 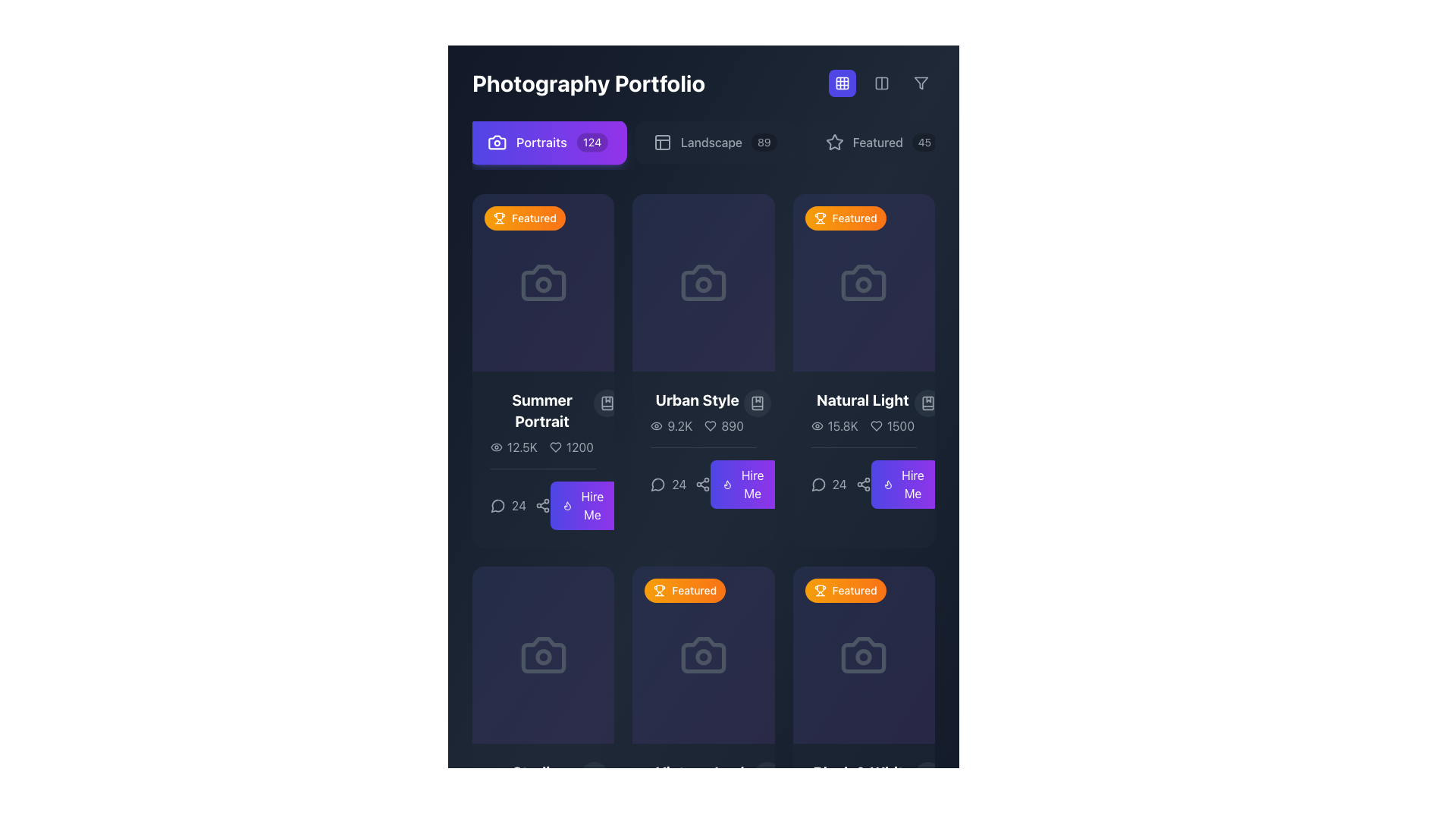 What do you see at coordinates (579, 447) in the screenshot?
I see `the numerical text label '1200' displayed in white font on a dark background, located to the right of a heart icon` at bounding box center [579, 447].